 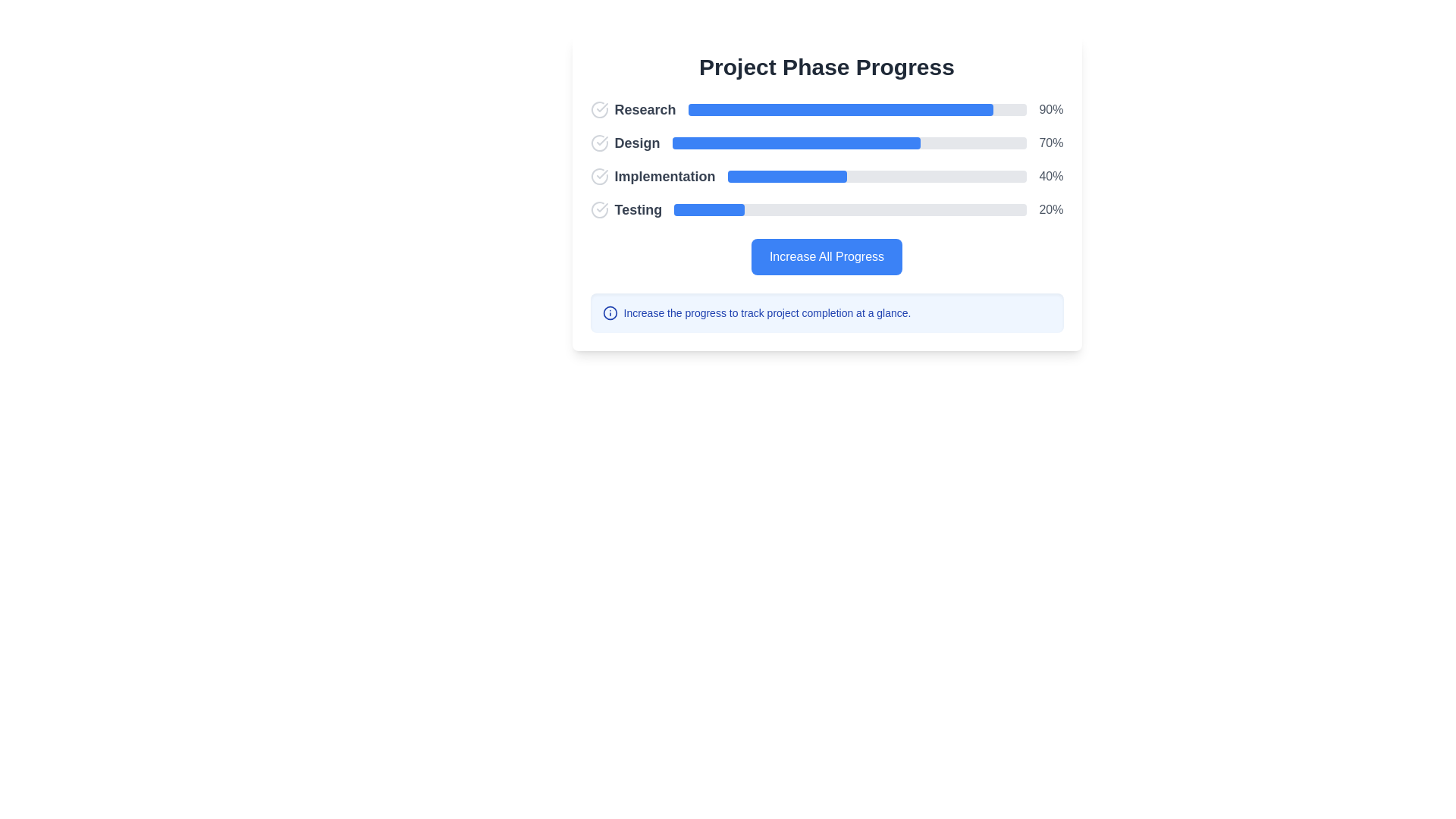 What do you see at coordinates (1050, 210) in the screenshot?
I see `the gray text label displaying '20%' that is located to the right of the progress bar labeled 'Testing' within the 'Project Phase Progress' section` at bounding box center [1050, 210].